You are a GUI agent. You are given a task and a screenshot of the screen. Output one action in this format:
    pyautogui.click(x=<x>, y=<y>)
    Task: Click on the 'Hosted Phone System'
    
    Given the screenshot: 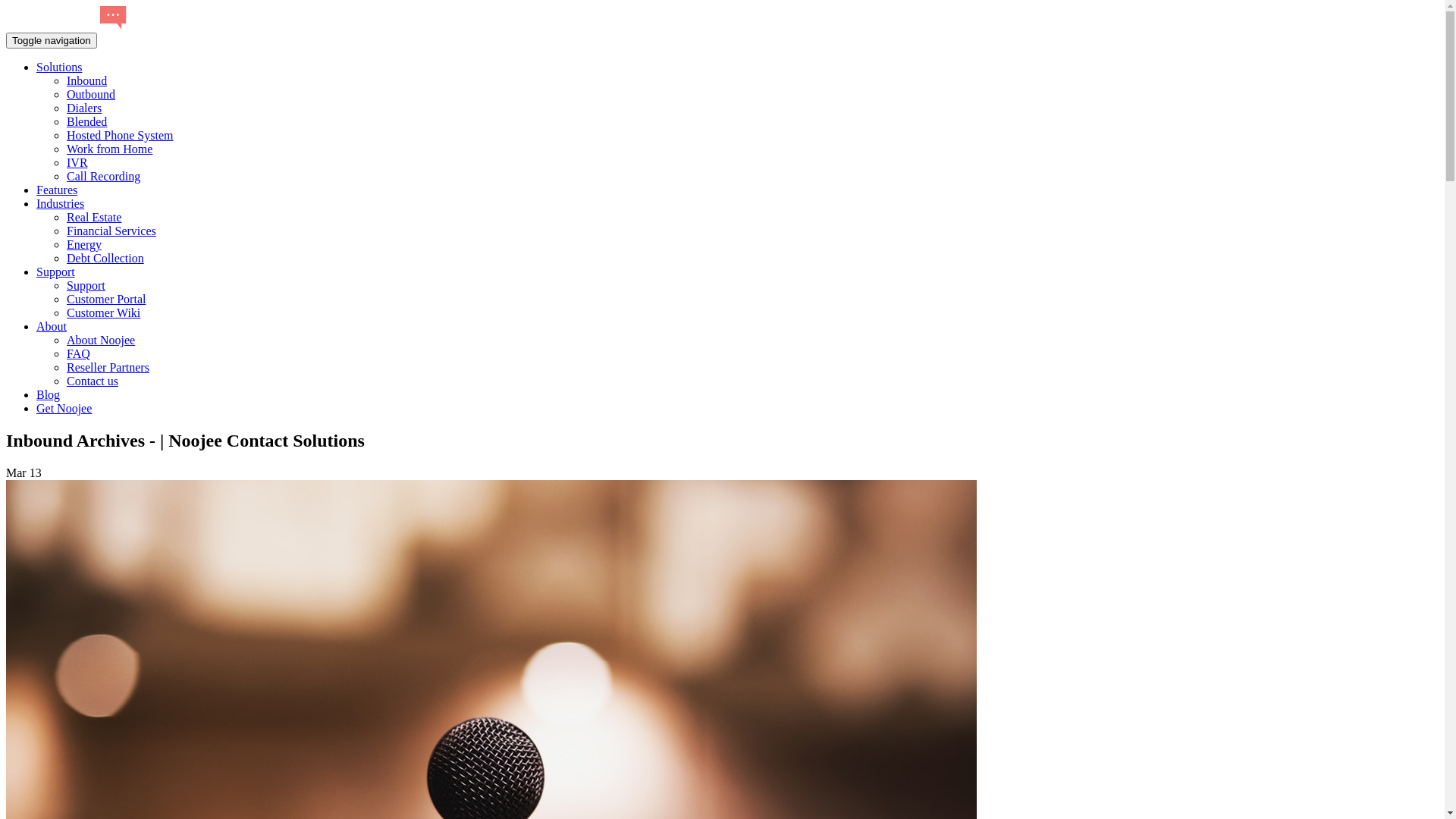 What is the action you would take?
    pyautogui.click(x=119, y=134)
    